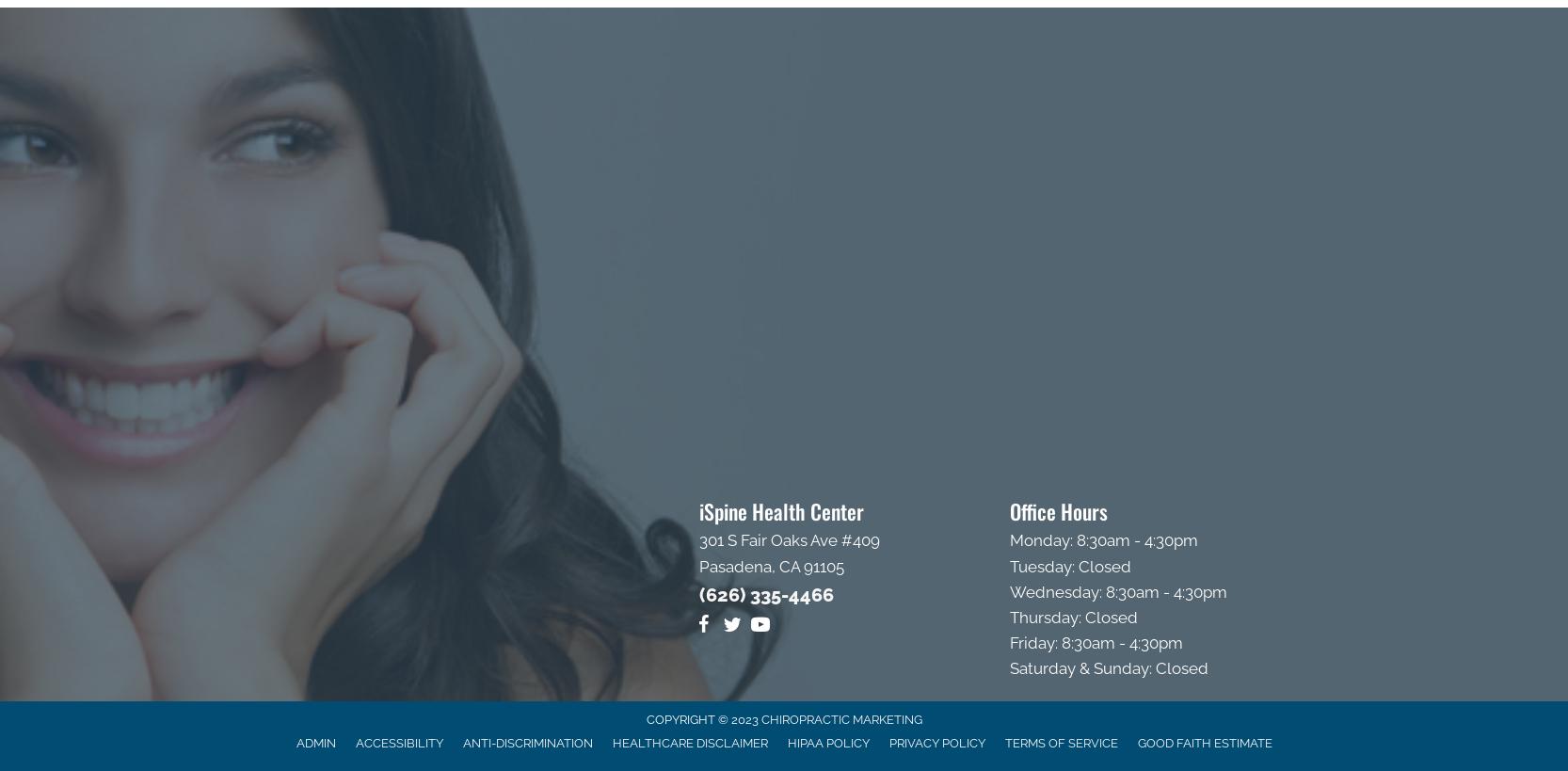 This screenshot has width=1568, height=771. What do you see at coordinates (827, 743) in the screenshot?
I see `'HIPAA Policy'` at bounding box center [827, 743].